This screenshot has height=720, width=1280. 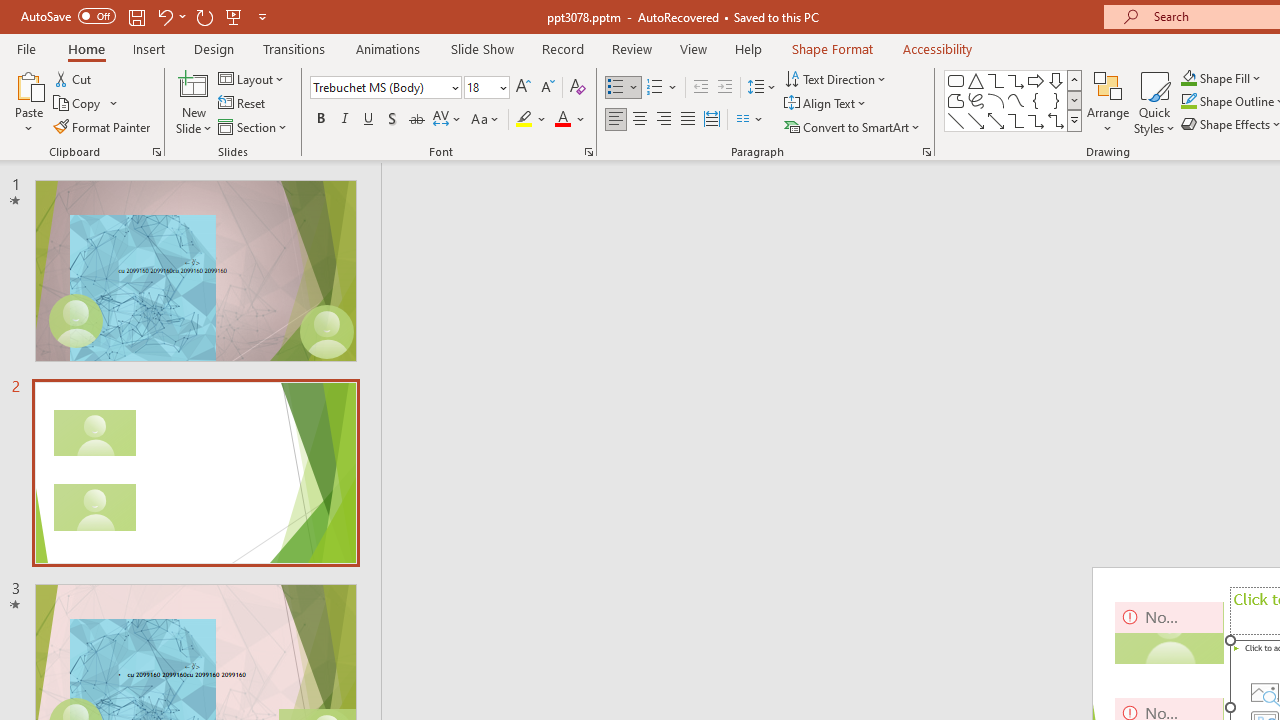 I want to click on 'Connector: Elbow Double-Arrow', so click(x=1055, y=120).